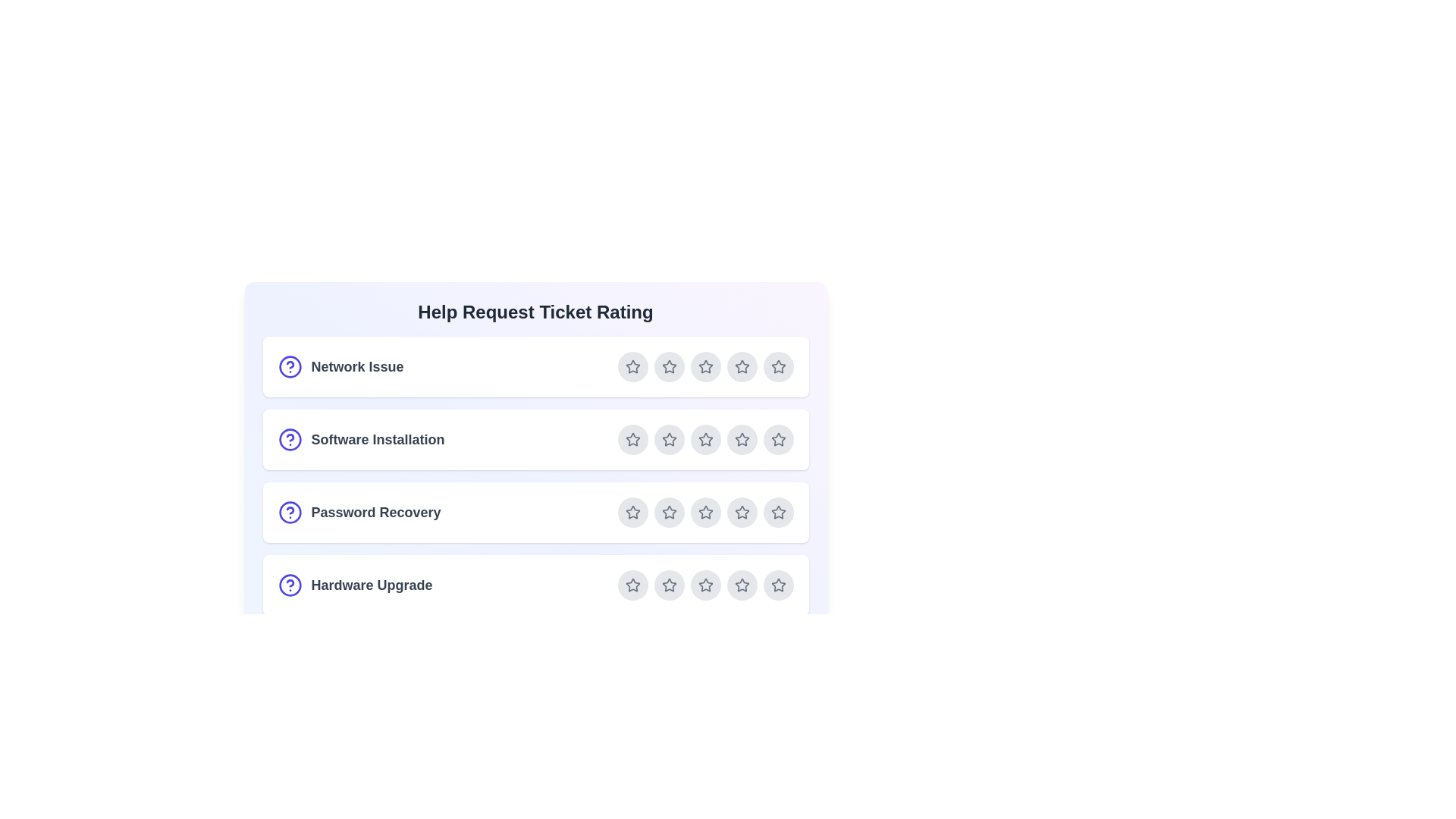 The image size is (1456, 819). Describe the element at coordinates (742, 366) in the screenshot. I see `the star corresponding to 4 for the ticket Network Issue` at that location.